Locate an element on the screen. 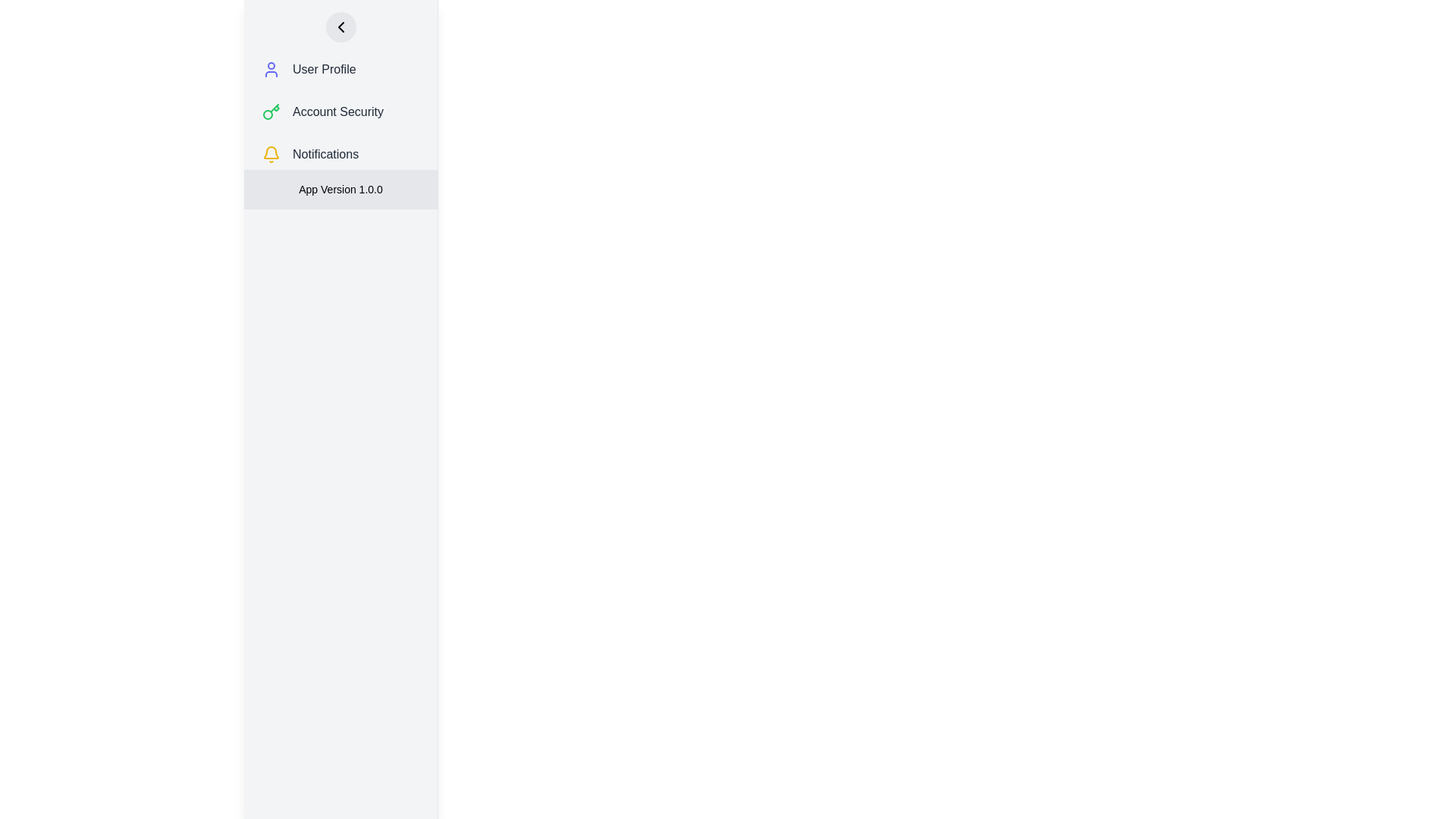 Image resolution: width=1456 pixels, height=819 pixels. the 'Account Security' option in the navigation menu located in the central area of the sidebar is located at coordinates (340, 111).